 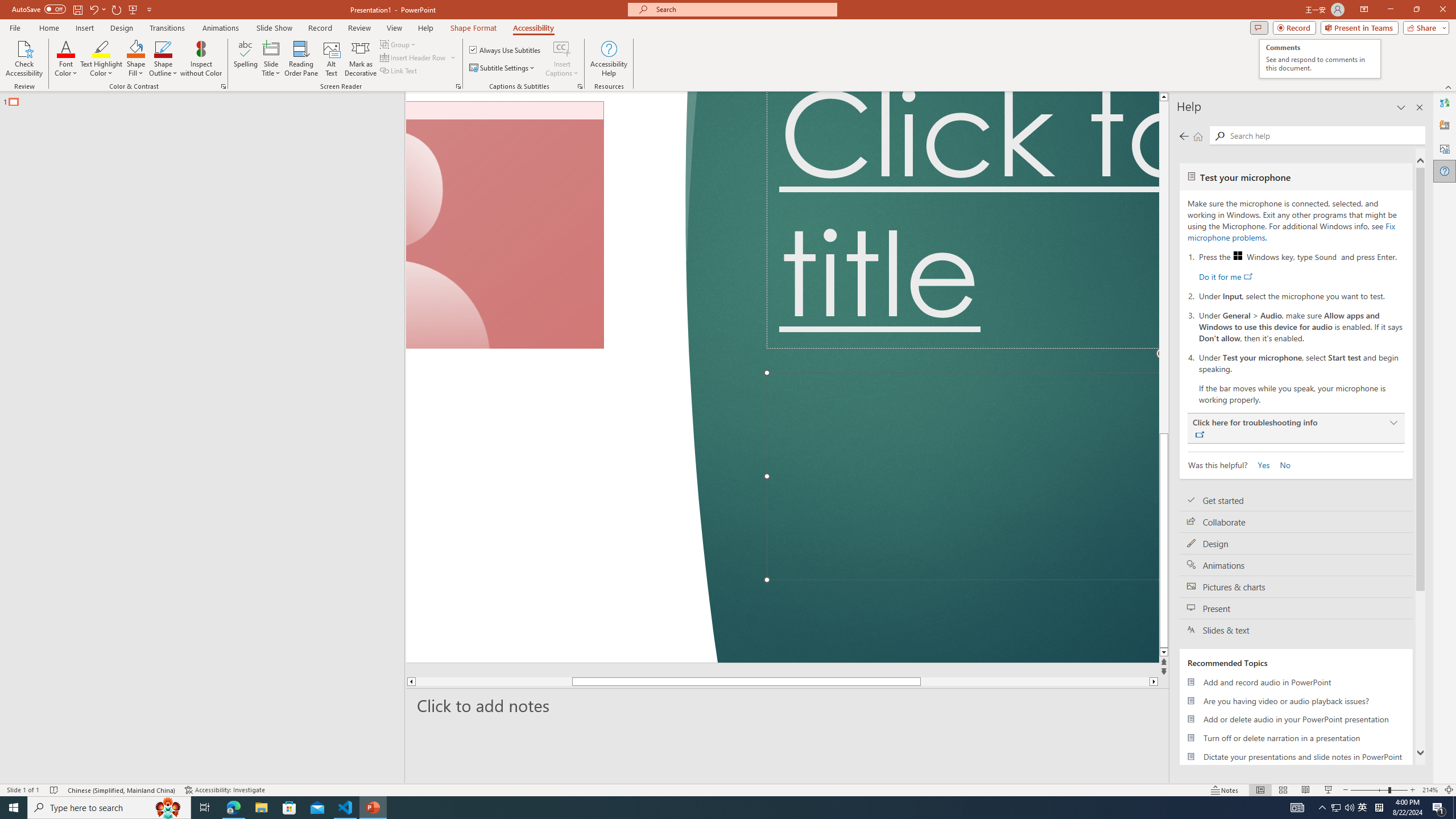 I want to click on 'Slide Title', so click(x=271, y=48).